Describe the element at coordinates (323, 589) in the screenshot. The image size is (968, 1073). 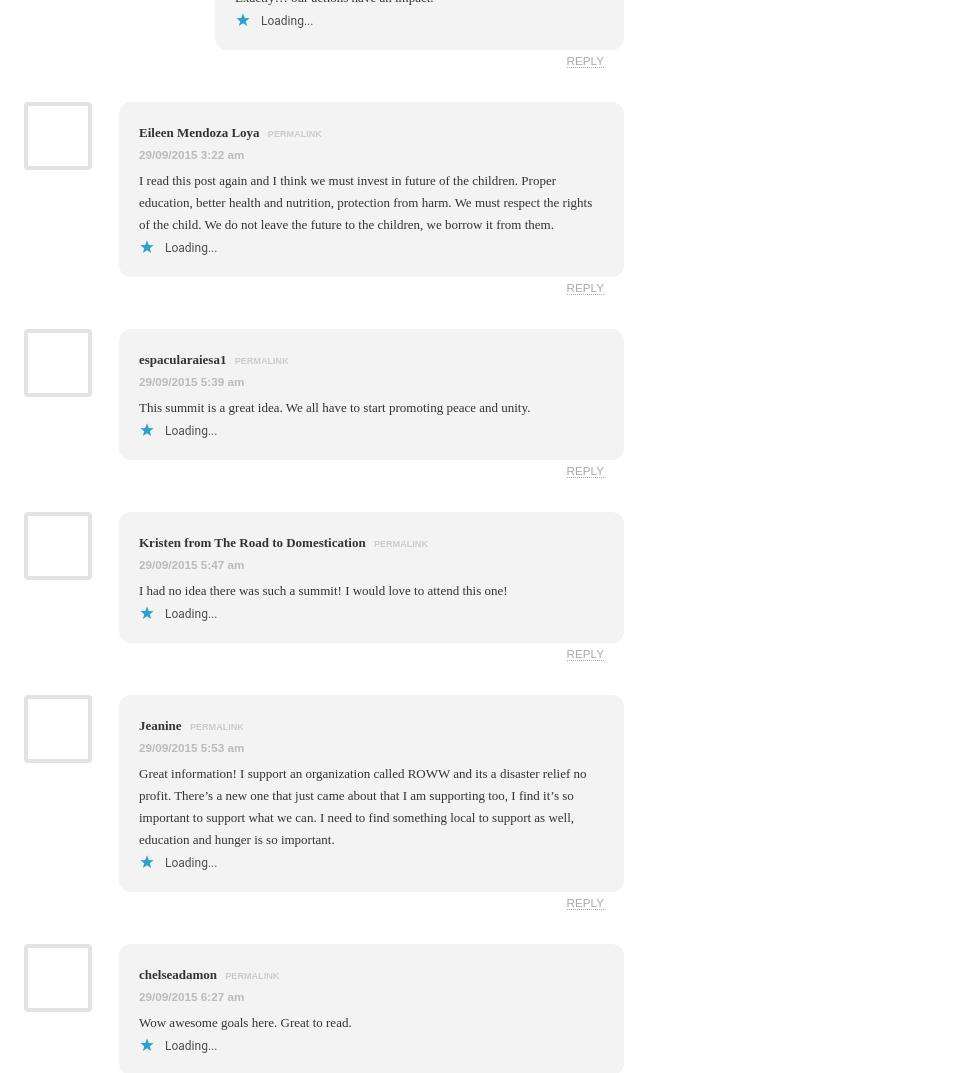
I see `'I had no idea there was such a summit! I would love to attend this one!'` at that location.